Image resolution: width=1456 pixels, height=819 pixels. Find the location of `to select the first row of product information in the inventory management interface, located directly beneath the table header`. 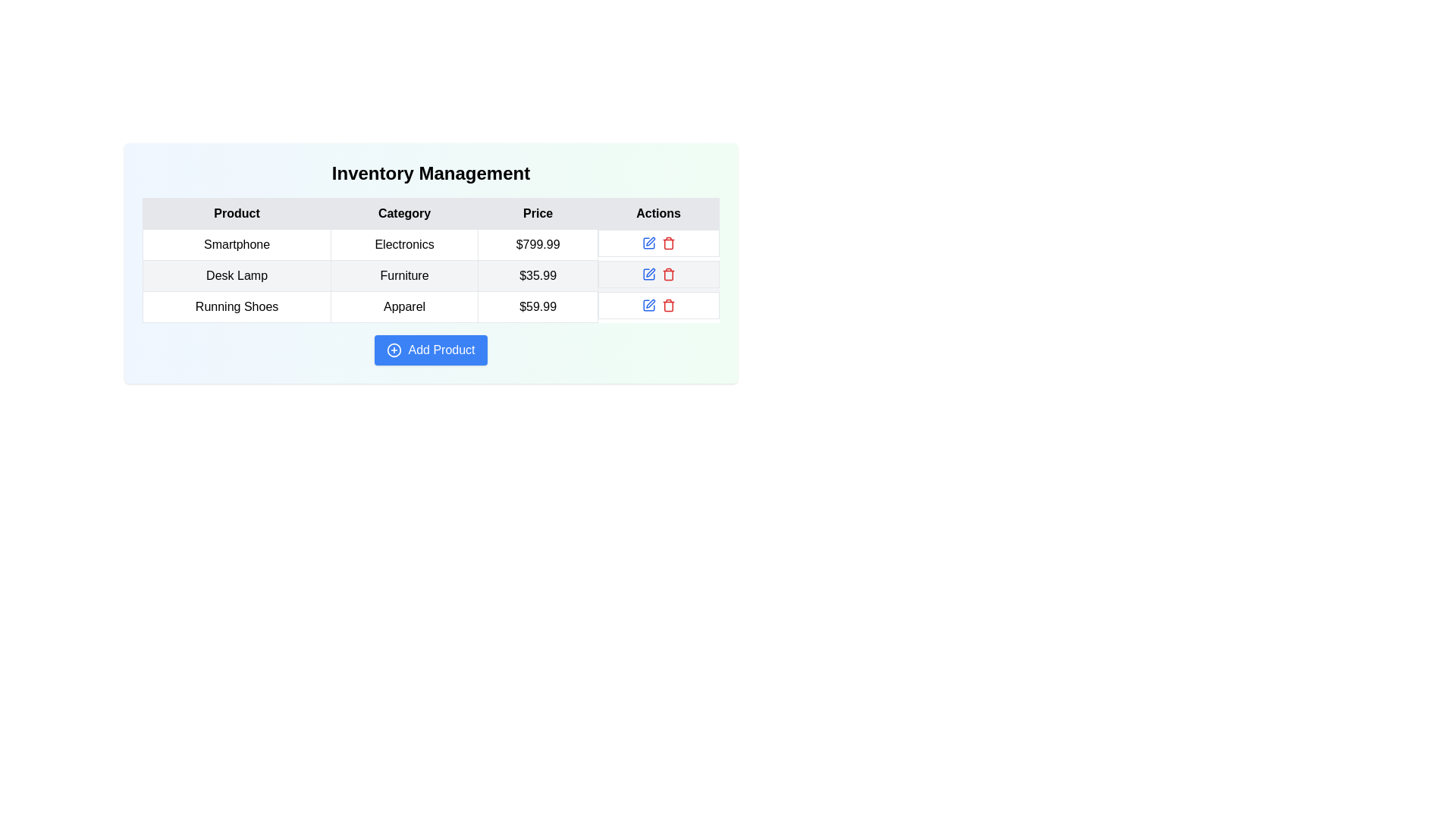

to select the first row of product information in the inventory management interface, located directly beneath the table header is located at coordinates (430, 244).